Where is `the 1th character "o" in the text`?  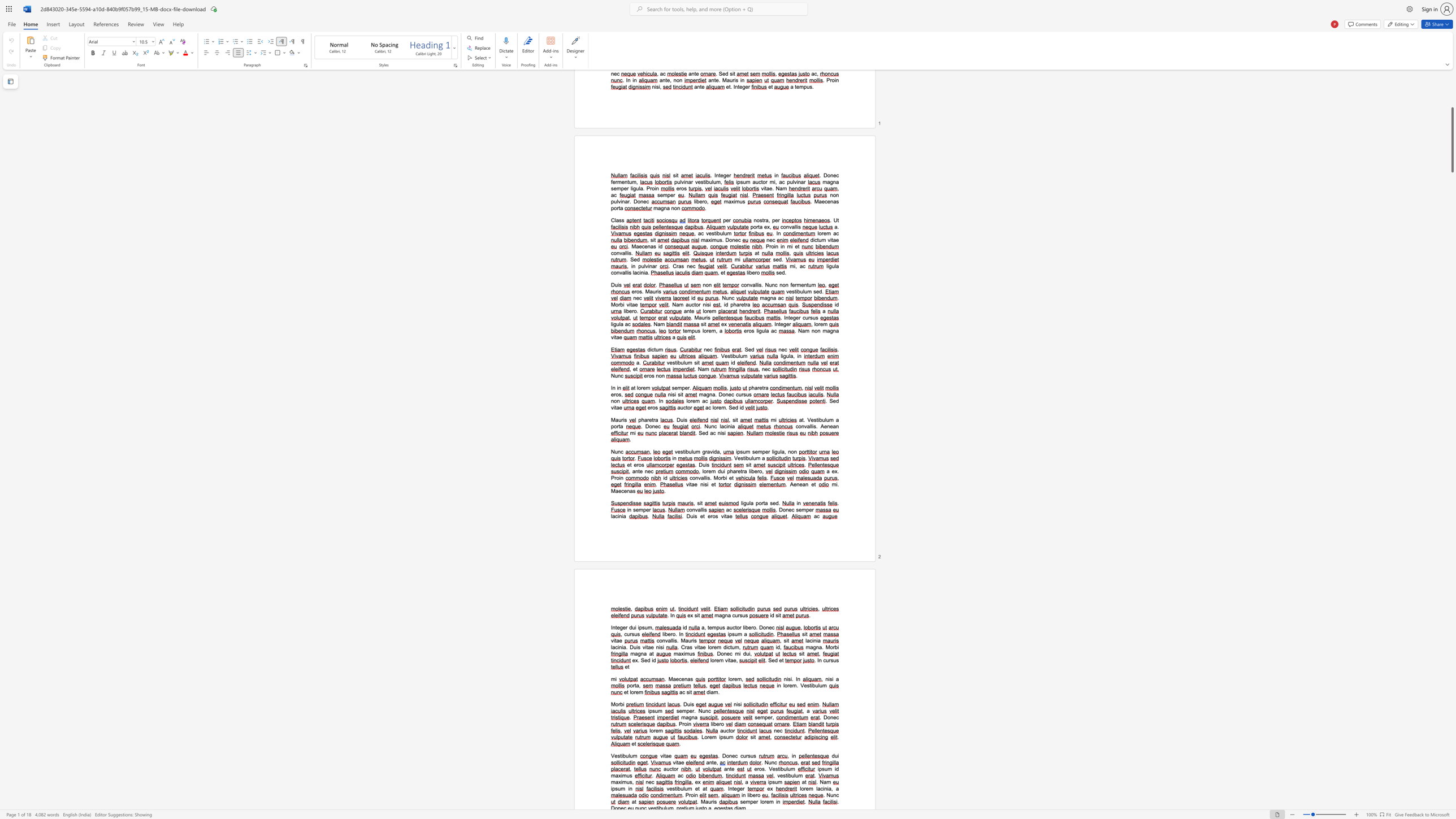
the 1th character "o" in the text is located at coordinates (691, 510).